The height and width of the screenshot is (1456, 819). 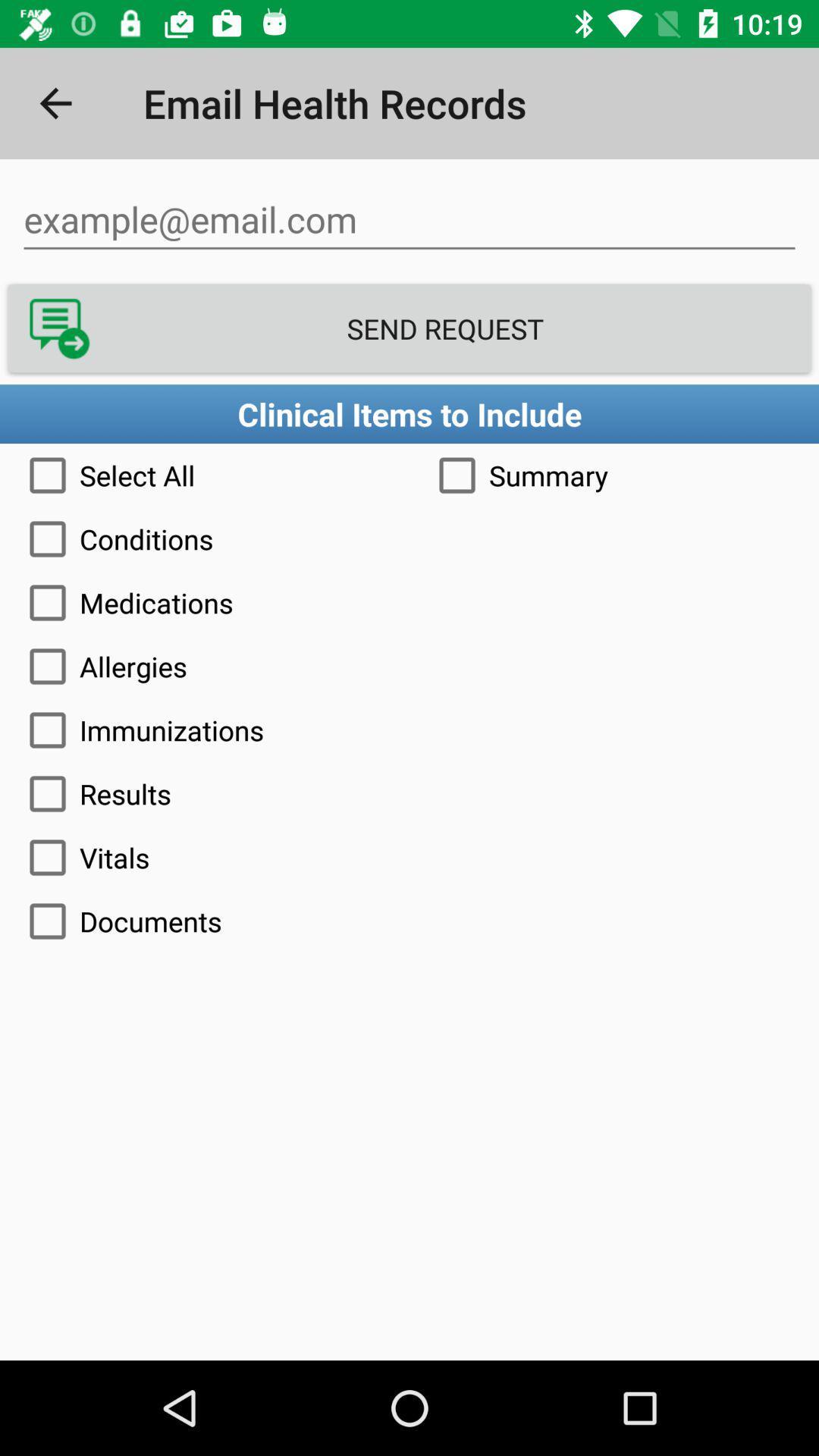 What do you see at coordinates (205, 475) in the screenshot?
I see `the item below the clinical items to icon` at bounding box center [205, 475].